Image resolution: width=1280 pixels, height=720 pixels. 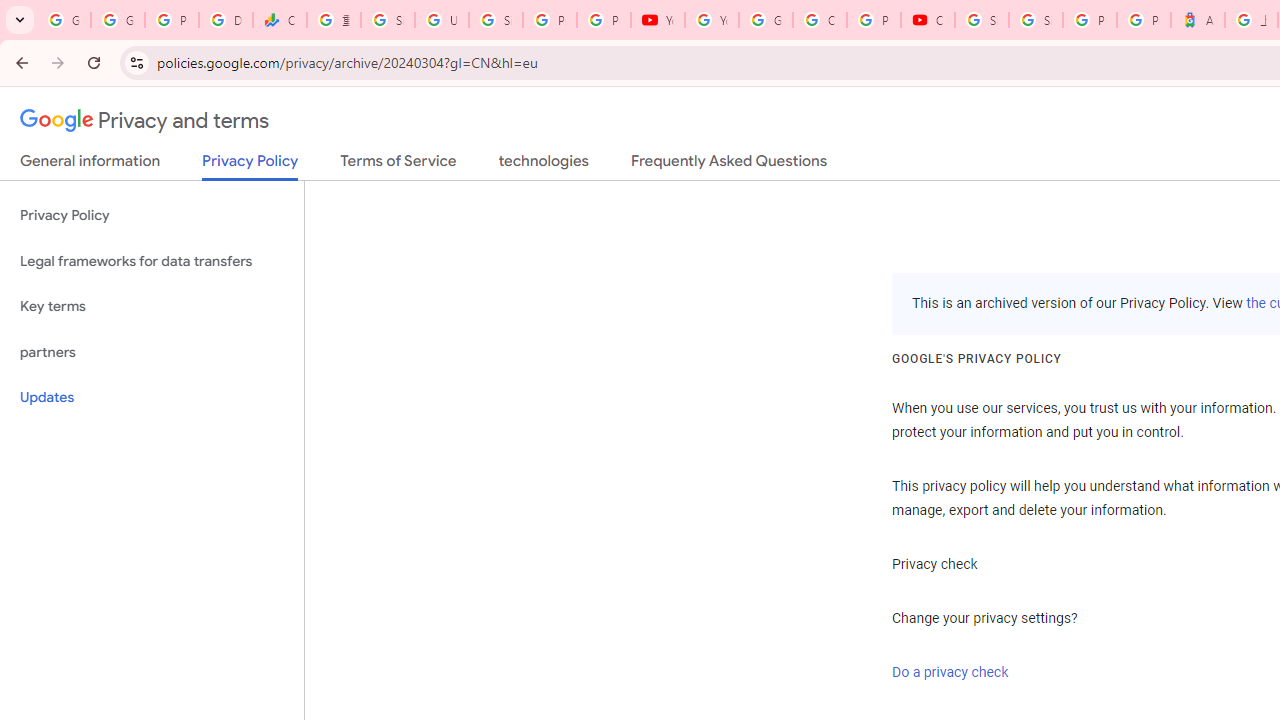 I want to click on 'Create your Google Account', so click(x=819, y=20).